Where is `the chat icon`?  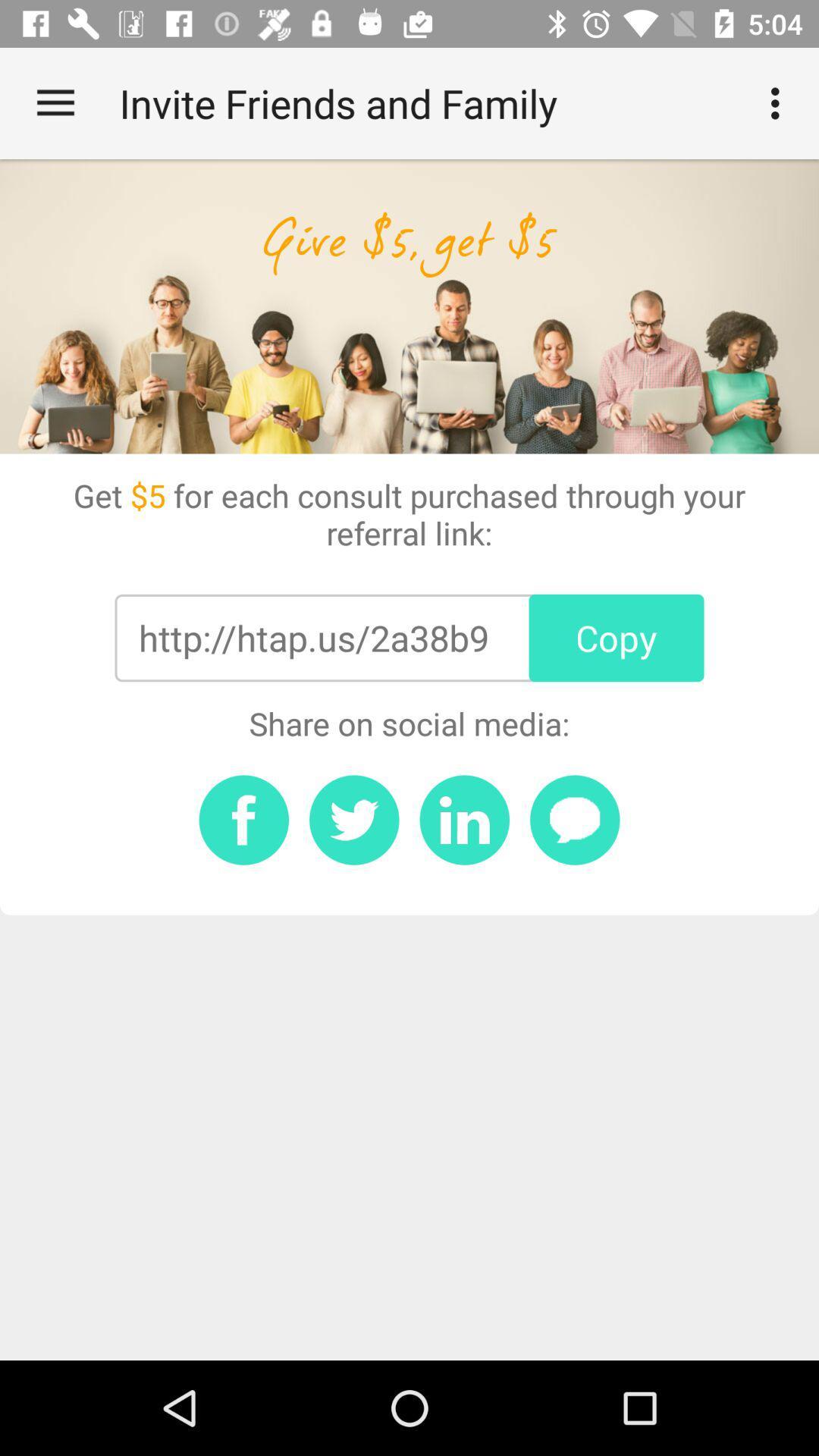
the chat icon is located at coordinates (575, 819).